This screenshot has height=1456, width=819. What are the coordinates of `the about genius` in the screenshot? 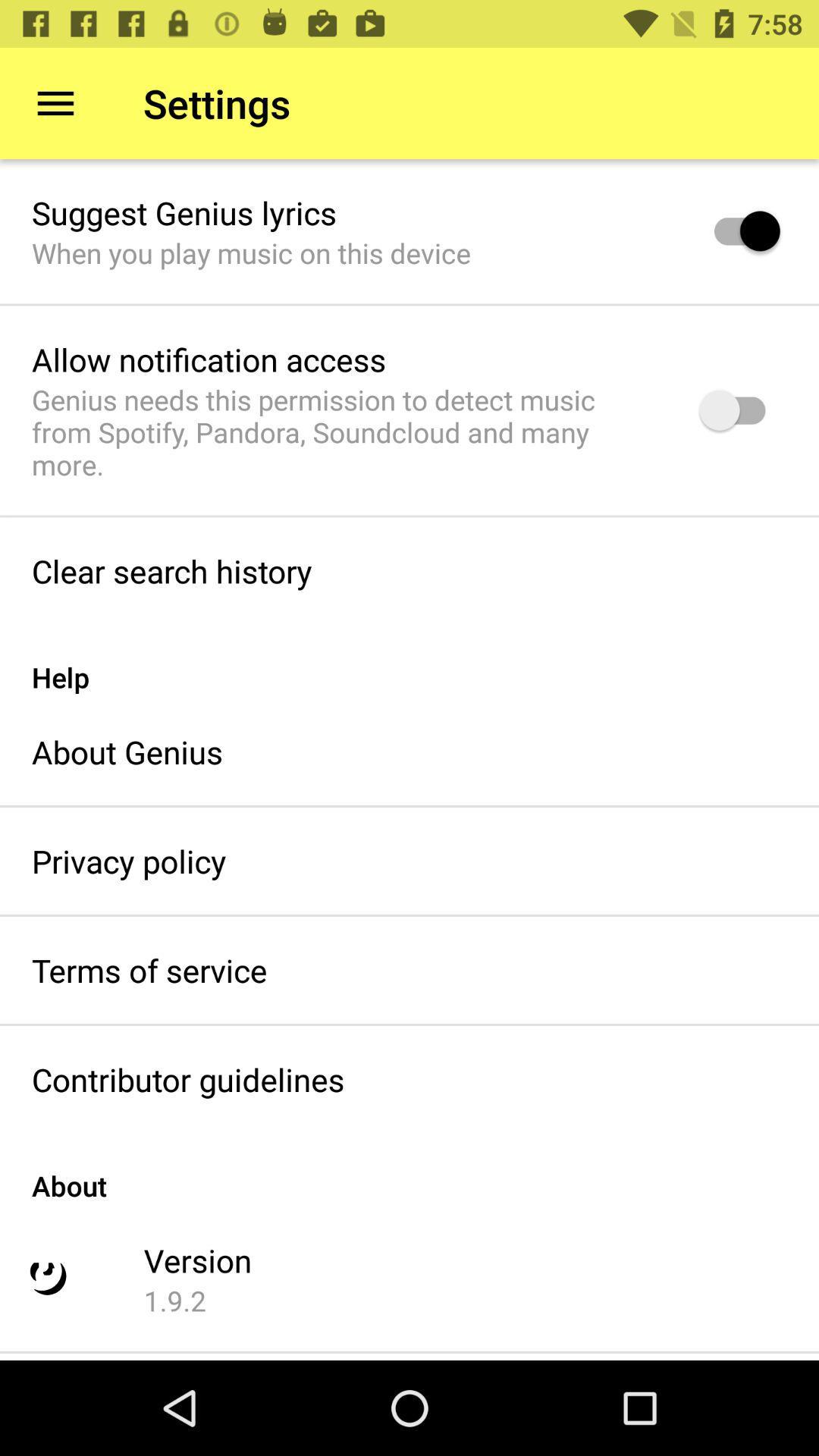 It's located at (127, 752).